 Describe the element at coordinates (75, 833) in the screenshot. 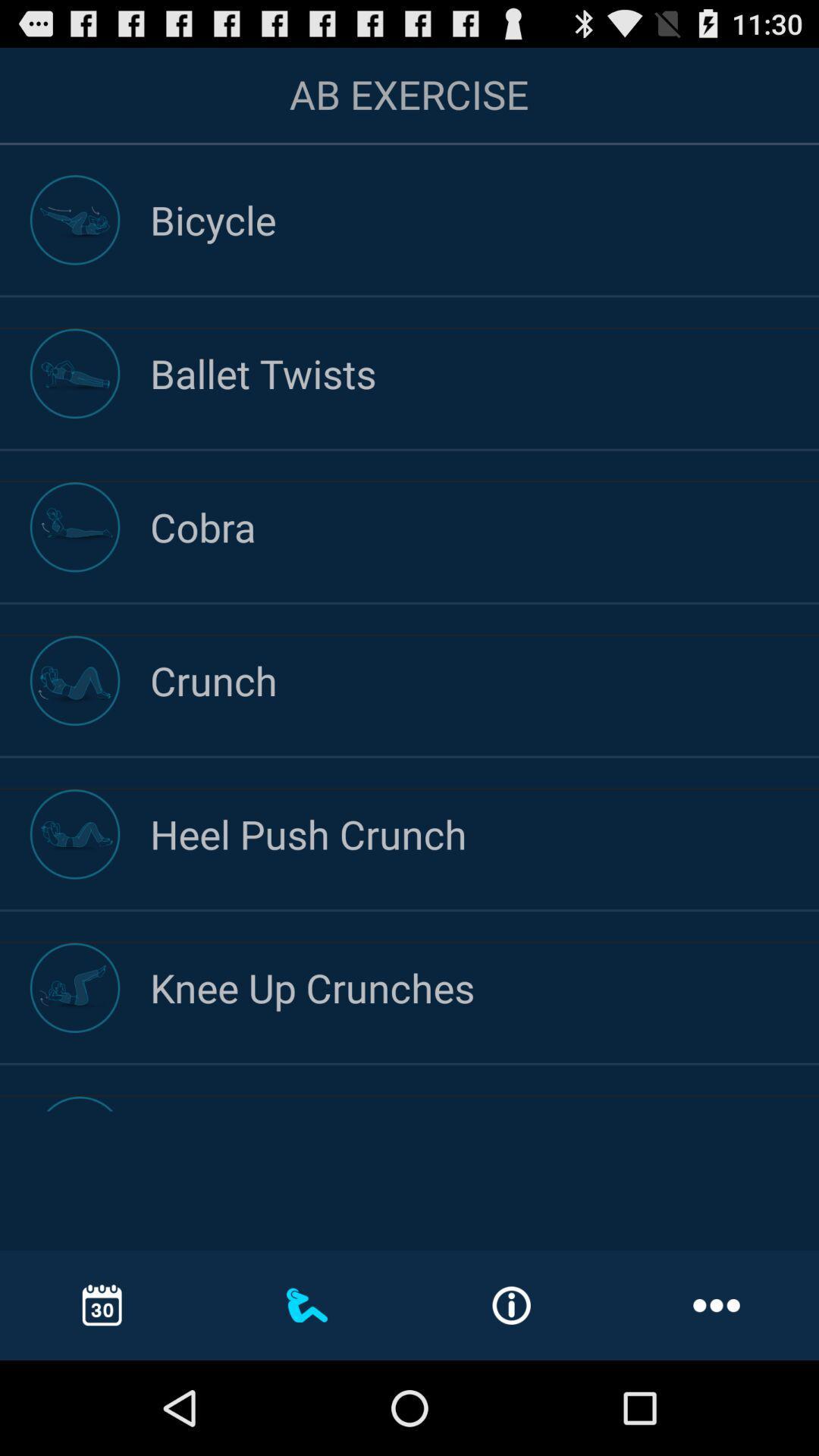

I see `the circle which is left hand side of heel push crunch` at that location.